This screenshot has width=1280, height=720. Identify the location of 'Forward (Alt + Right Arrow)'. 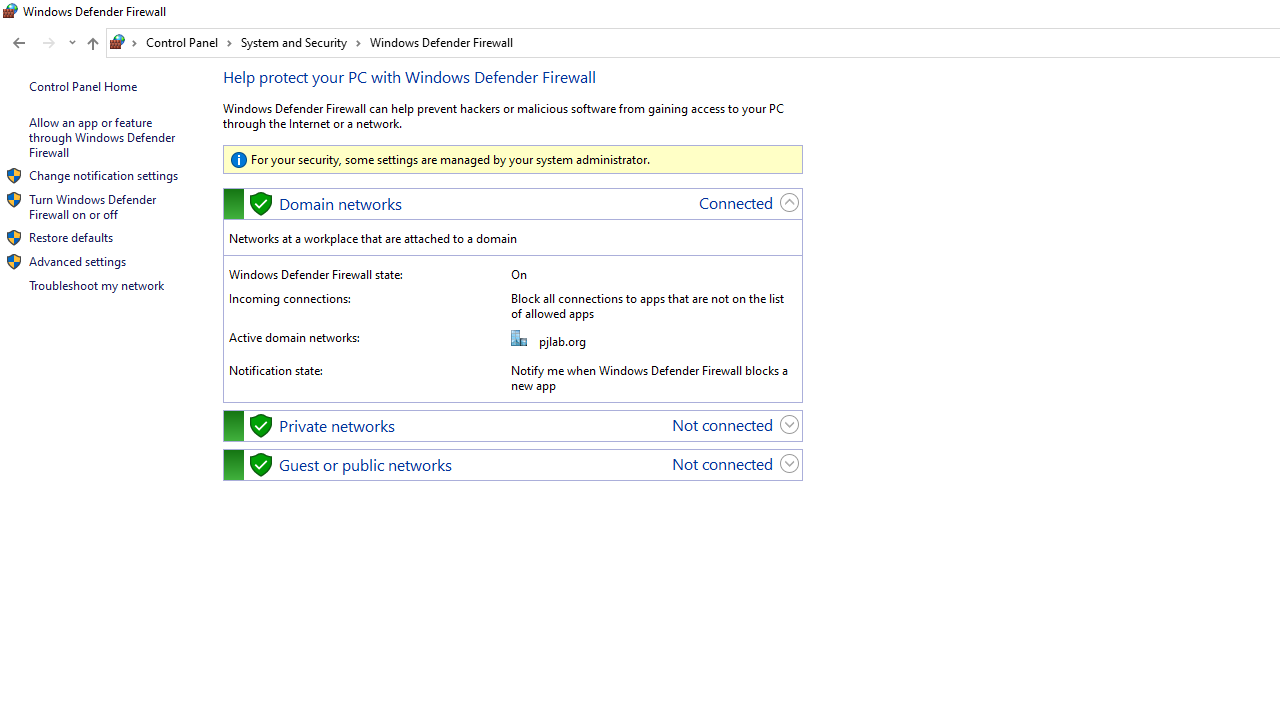
(49, 43).